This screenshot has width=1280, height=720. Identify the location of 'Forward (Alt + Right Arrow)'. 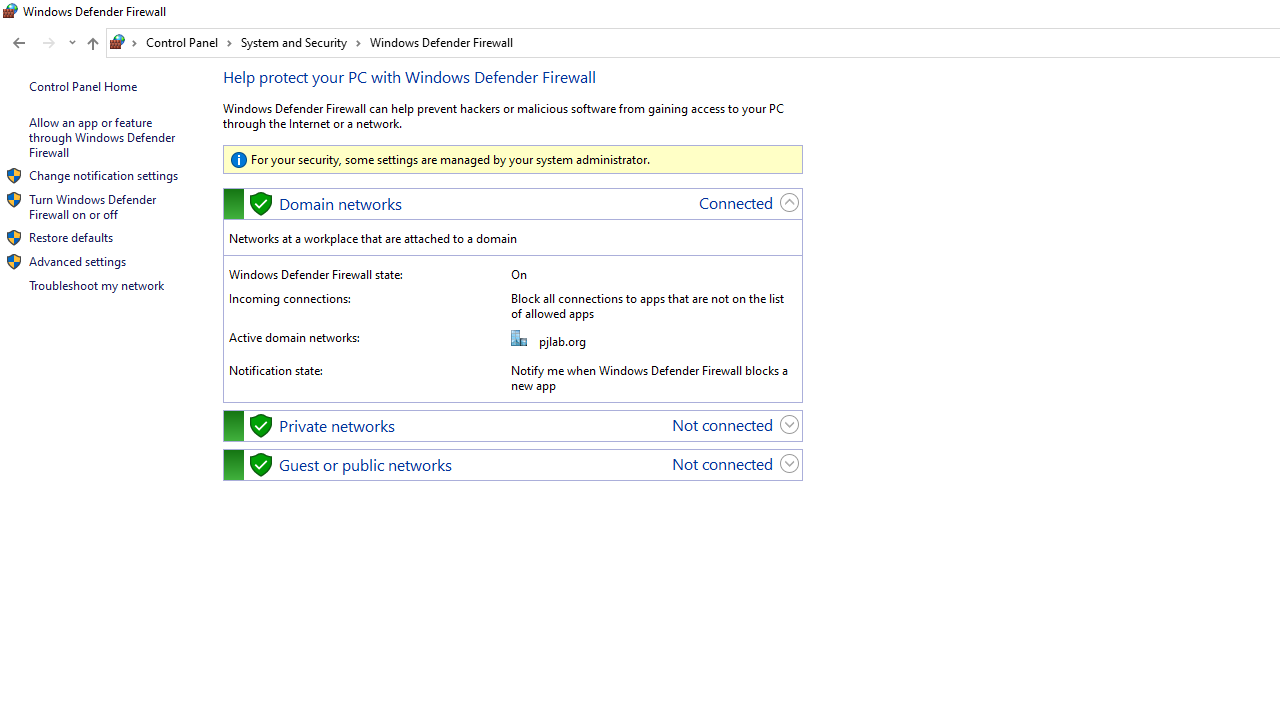
(49, 43).